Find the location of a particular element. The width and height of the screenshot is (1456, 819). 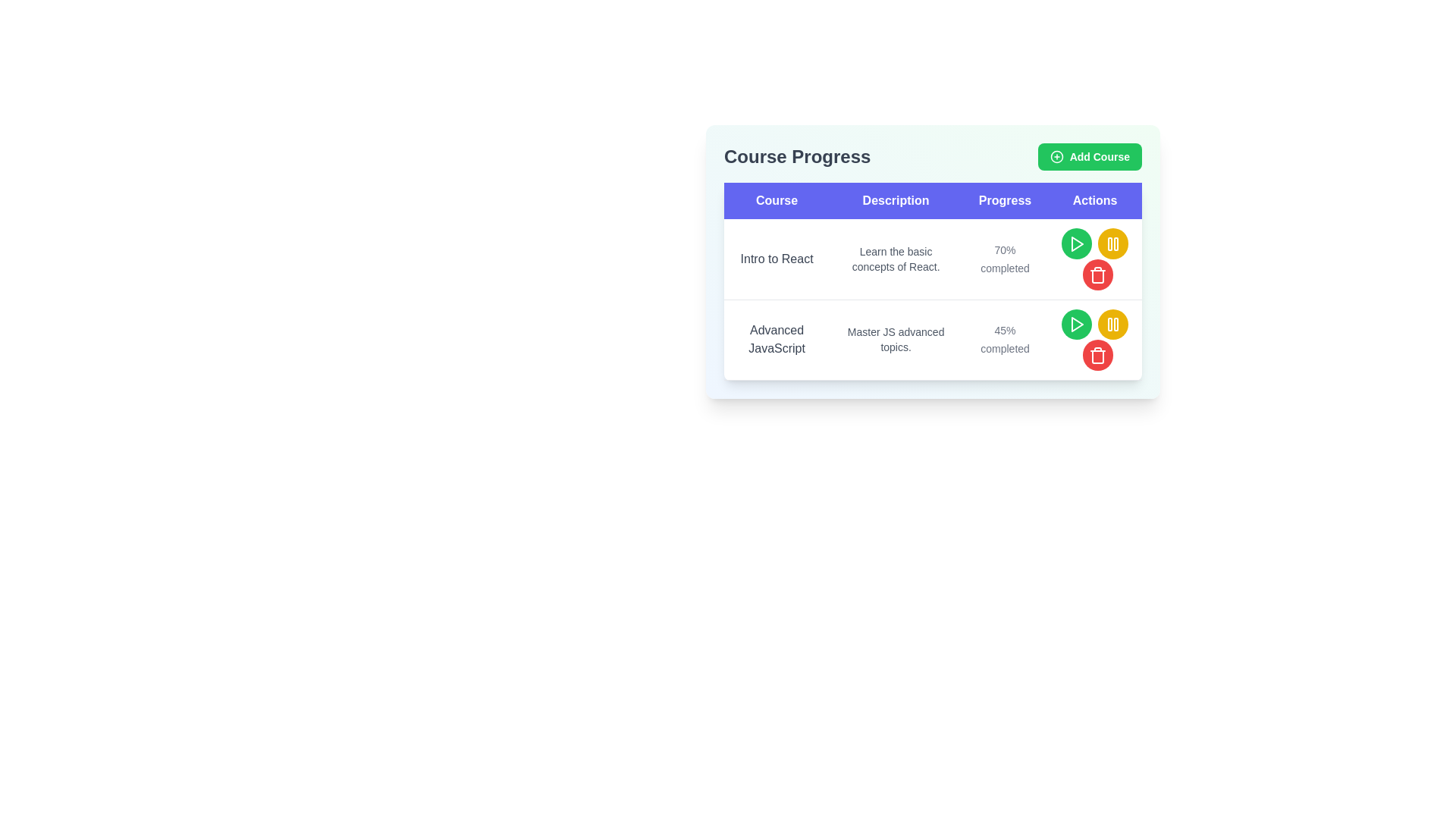

the deletion button located in the 'Actions' column of the second row, which is nested within a red circular background is located at coordinates (1098, 275).